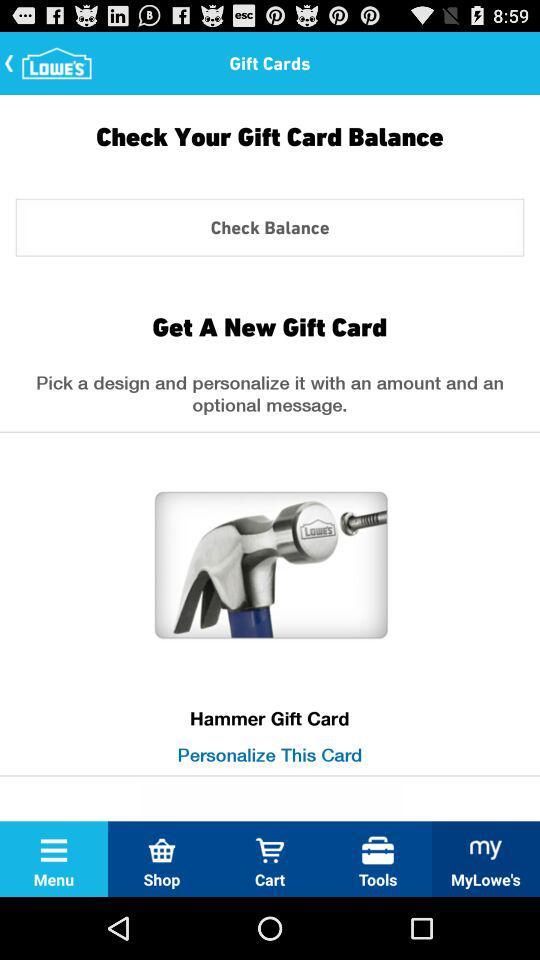 The height and width of the screenshot is (960, 540). Describe the element at coordinates (485, 849) in the screenshot. I see `the icon mylowes` at that location.